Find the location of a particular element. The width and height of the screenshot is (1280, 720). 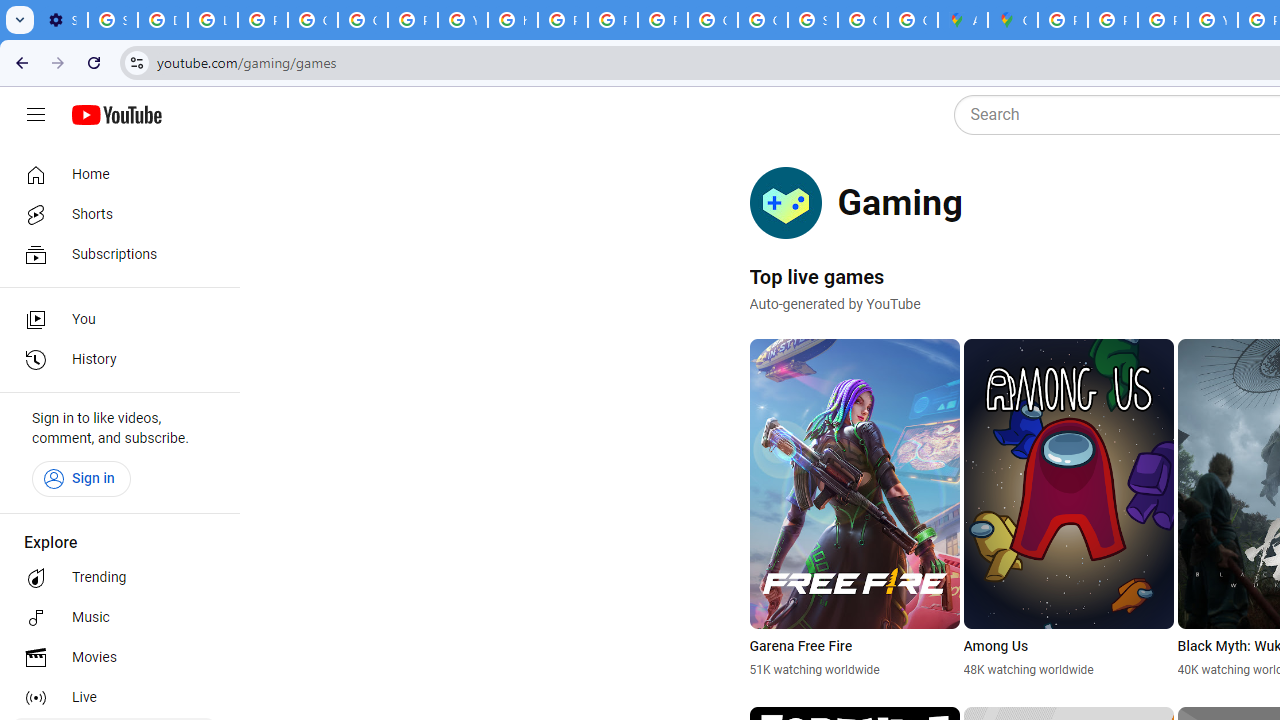

'Policy Accountability and Transparency - Transparency Center' is located at coordinates (1062, 20).